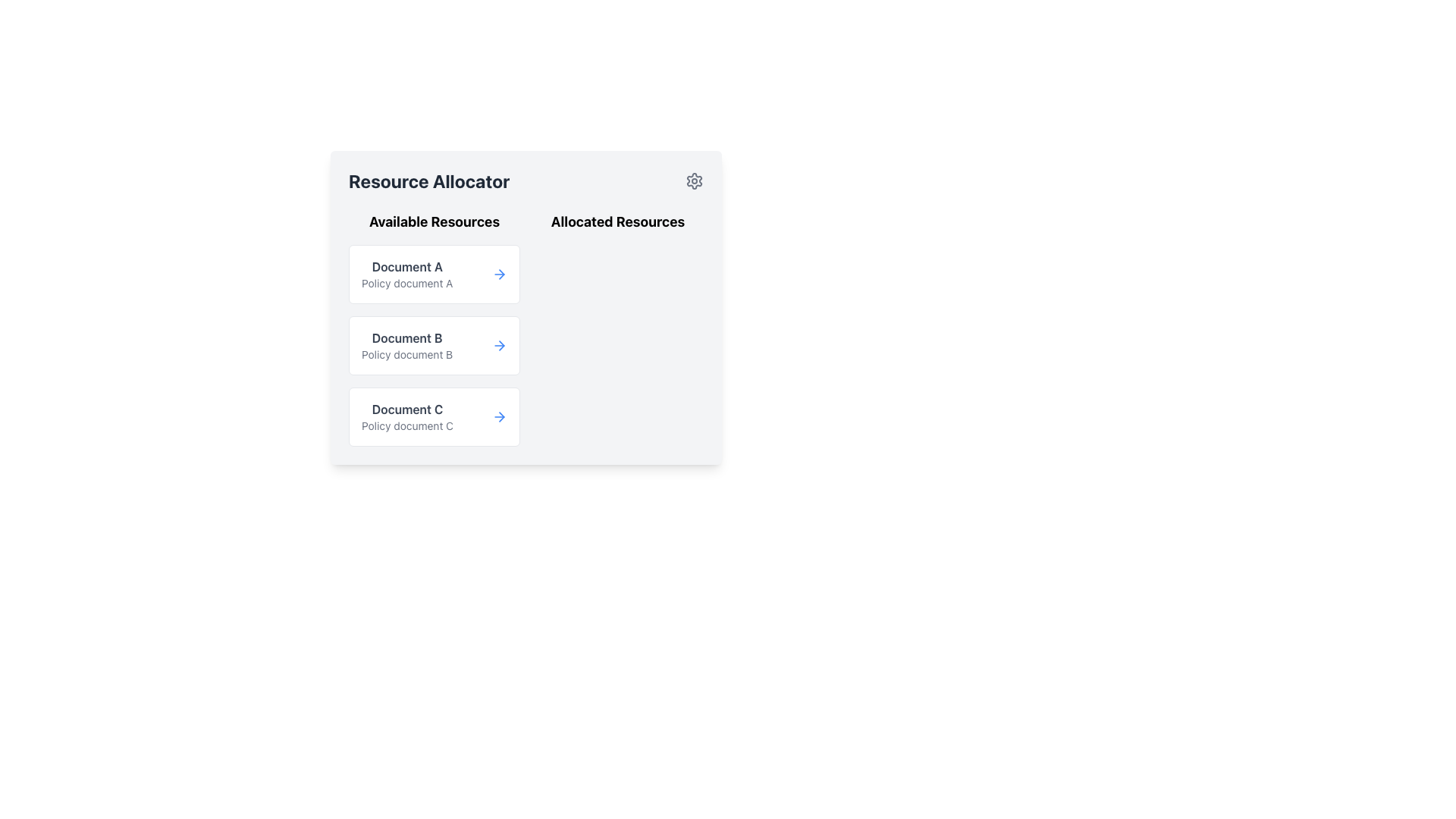 The height and width of the screenshot is (819, 1456). I want to click on the text label 'Document B' located in the middle of the 'Available Resources' section of the resource allocator interface, so click(407, 345).